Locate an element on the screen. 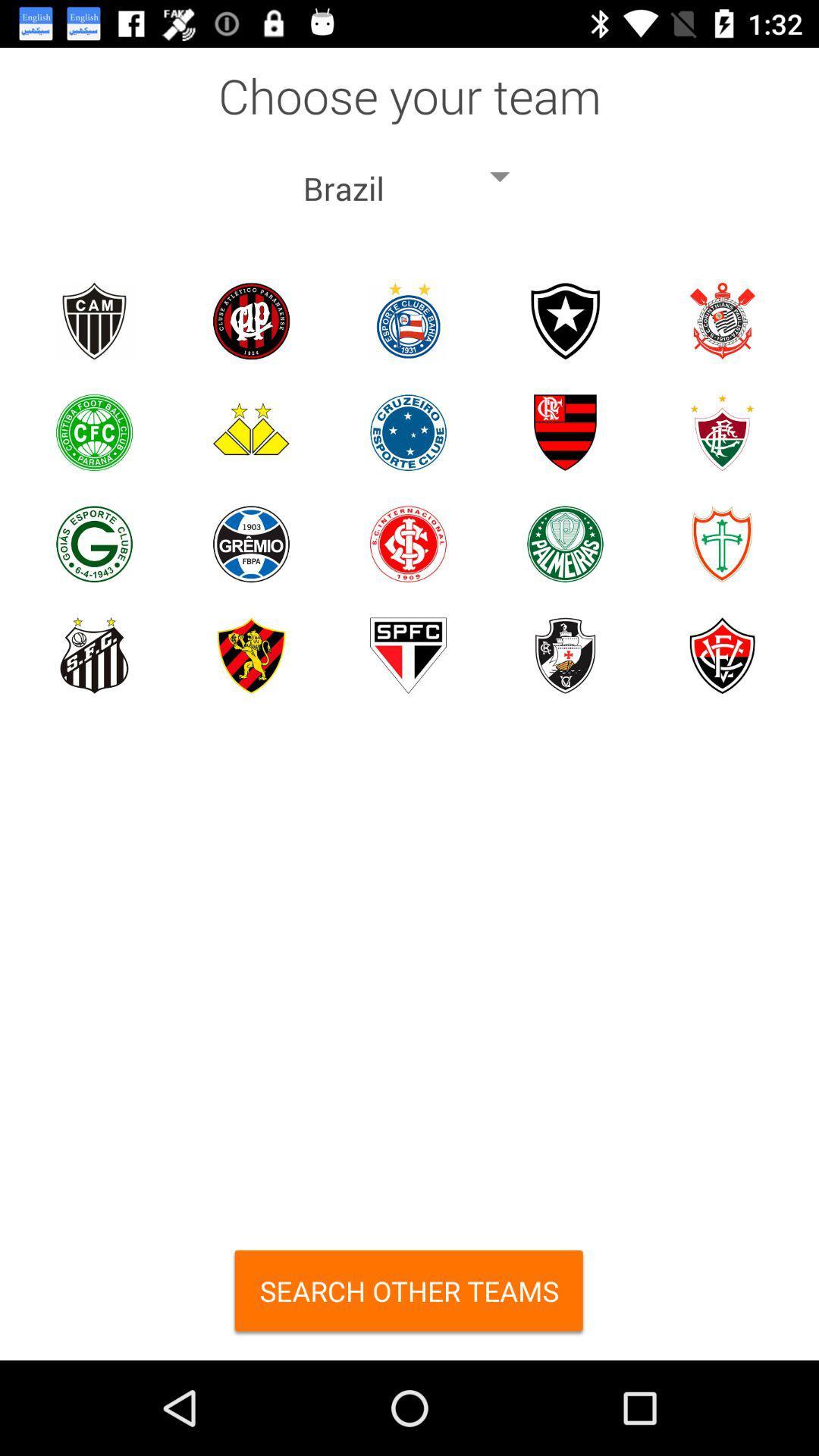  the user team is located at coordinates (94, 544).